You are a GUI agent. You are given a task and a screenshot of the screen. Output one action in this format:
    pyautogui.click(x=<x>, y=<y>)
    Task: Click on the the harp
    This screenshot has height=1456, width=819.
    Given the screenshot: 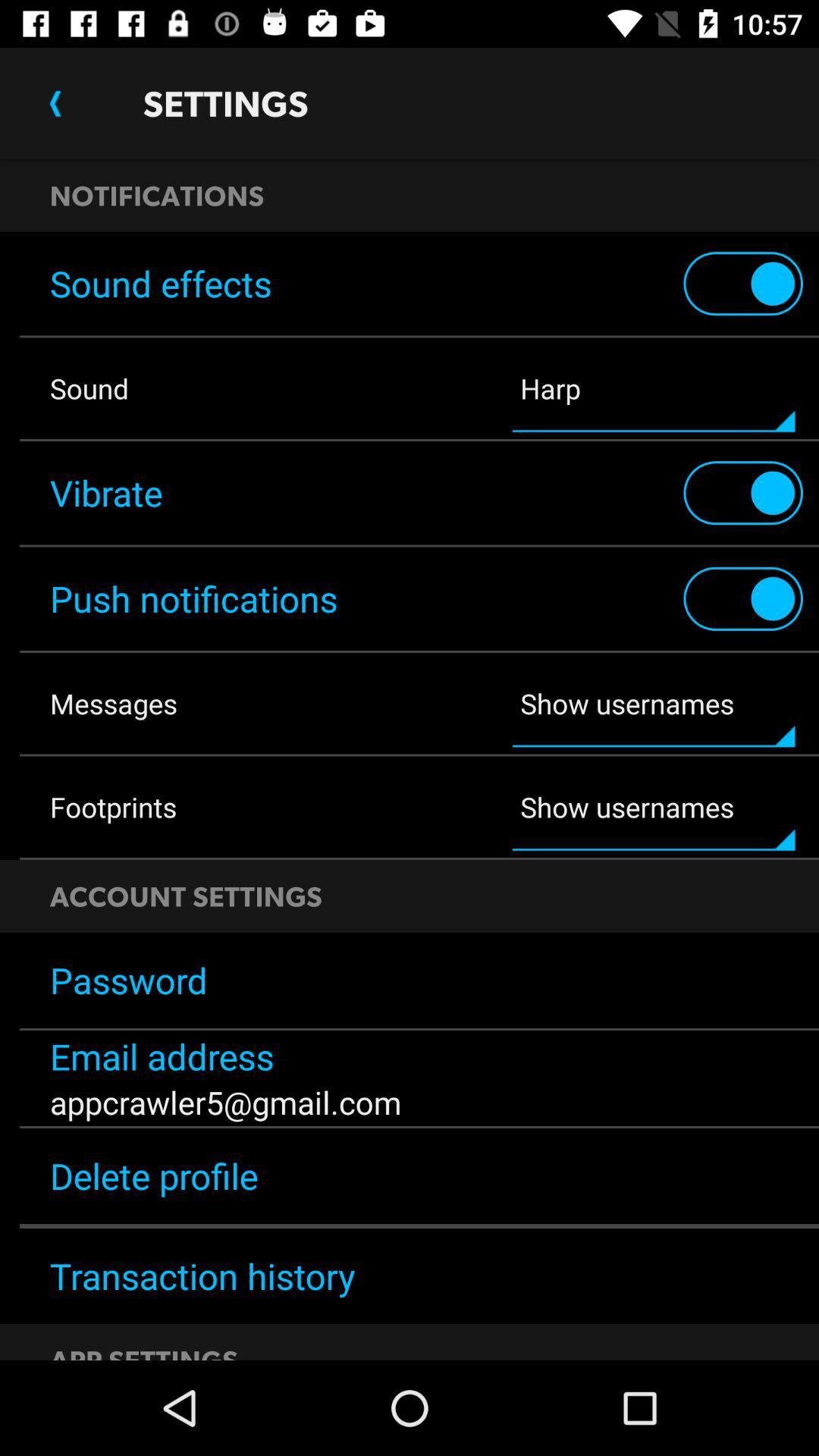 What is the action you would take?
    pyautogui.click(x=653, y=388)
    